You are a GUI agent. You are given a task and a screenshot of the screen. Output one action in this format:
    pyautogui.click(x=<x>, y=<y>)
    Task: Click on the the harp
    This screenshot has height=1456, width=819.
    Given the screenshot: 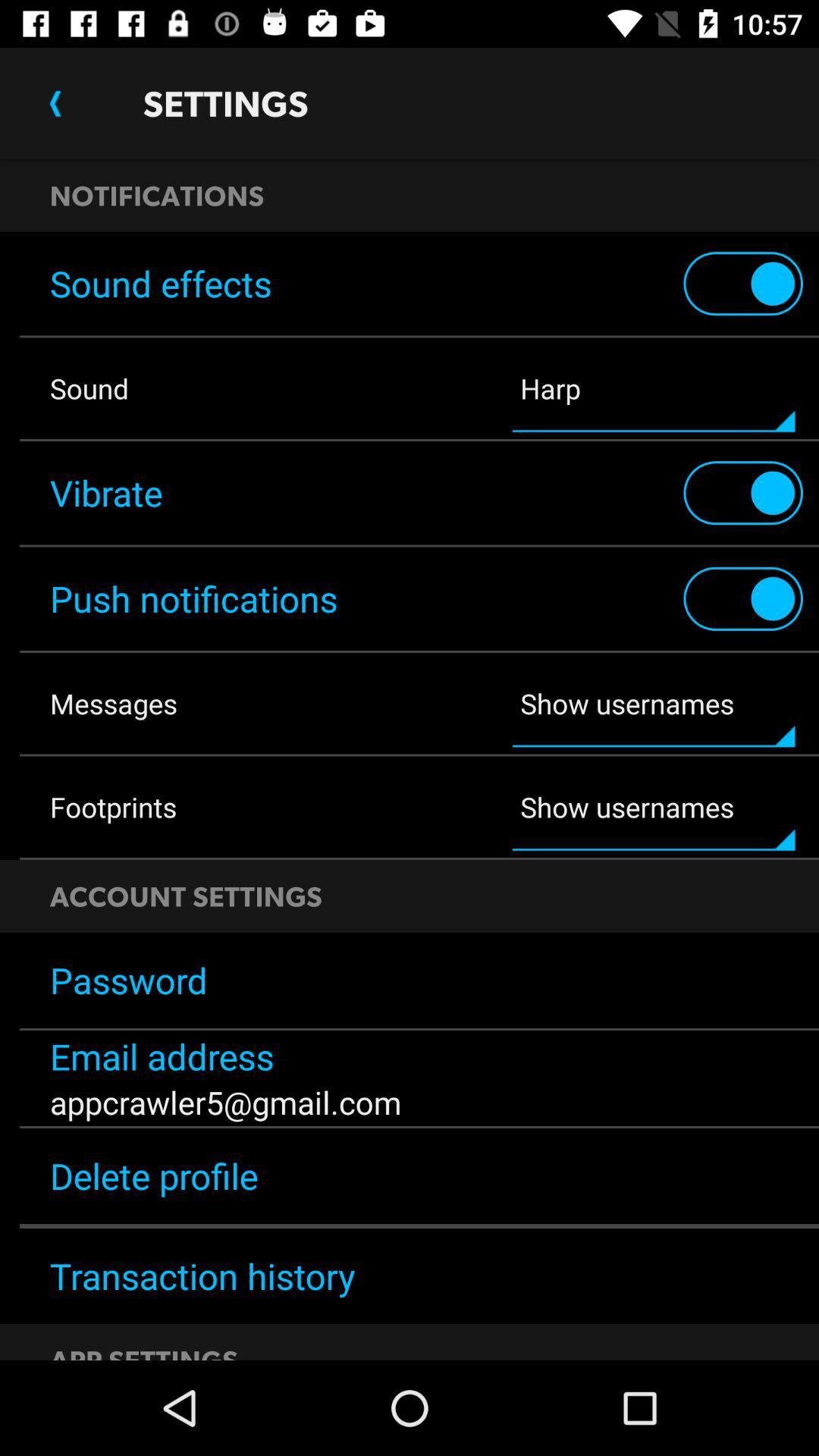 What is the action you would take?
    pyautogui.click(x=653, y=388)
    